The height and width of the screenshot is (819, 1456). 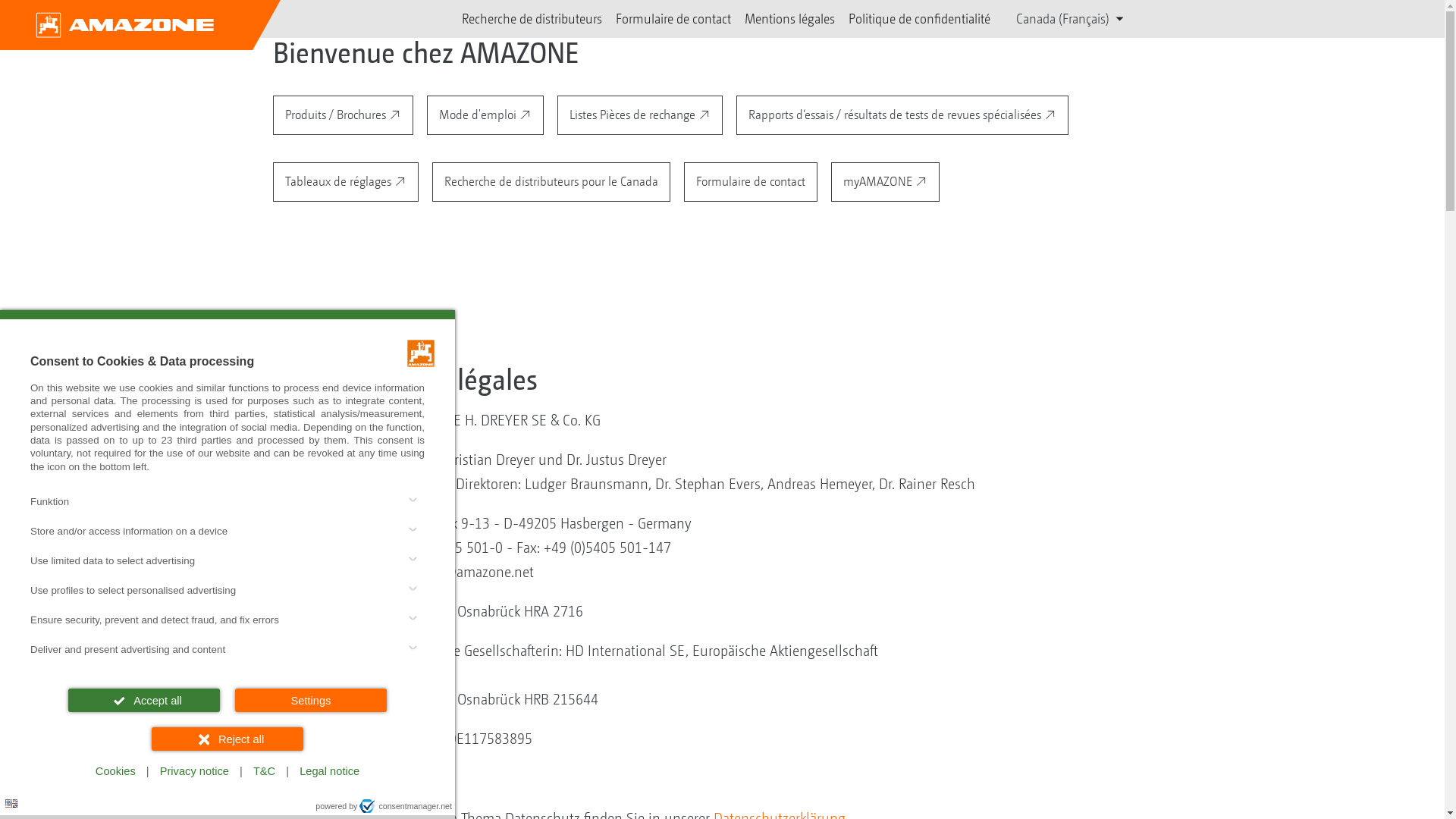 I want to click on 'Privacy notice', so click(x=193, y=771).